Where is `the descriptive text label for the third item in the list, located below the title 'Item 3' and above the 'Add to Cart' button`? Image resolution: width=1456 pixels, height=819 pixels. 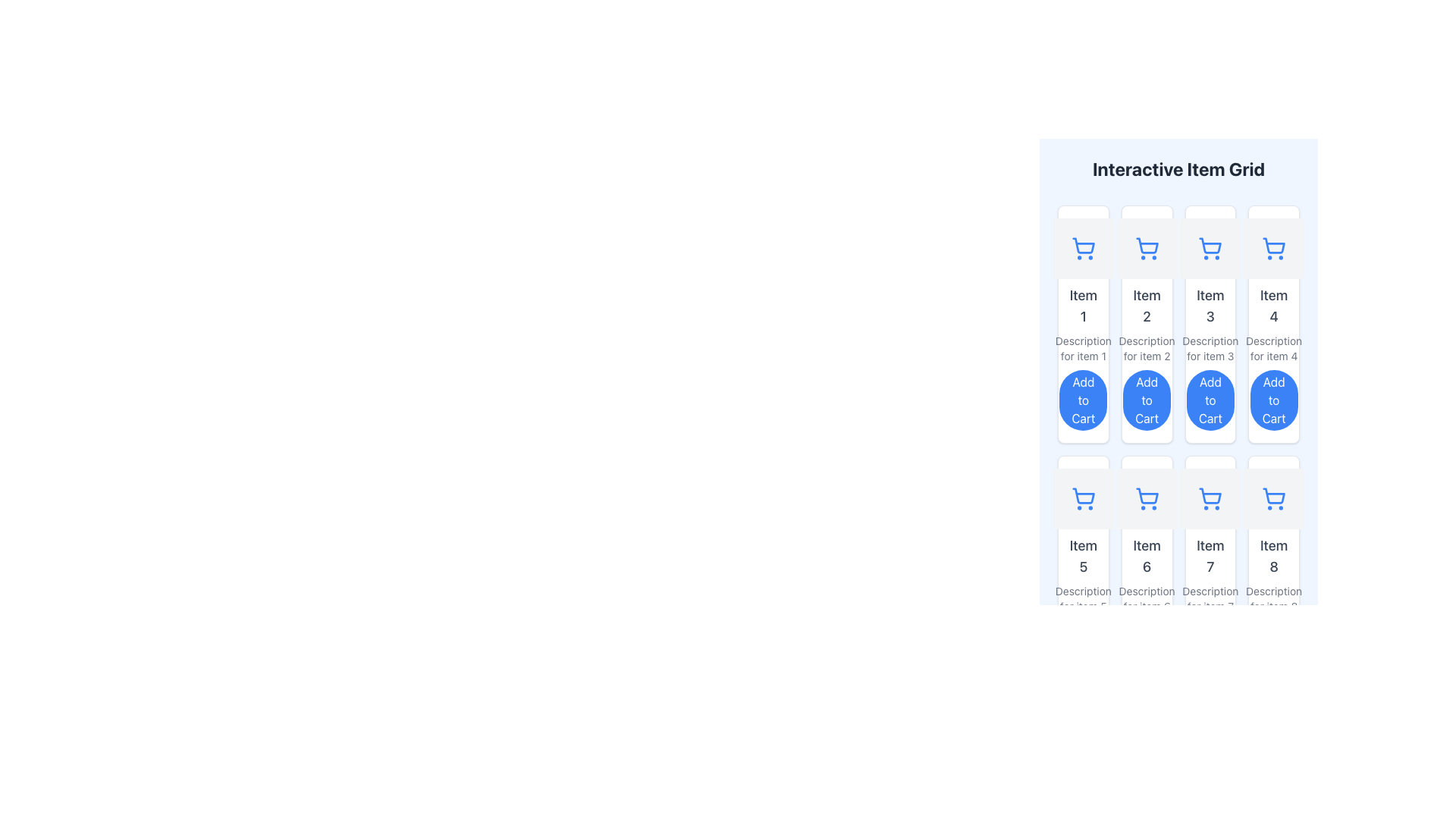
the descriptive text label for the third item in the list, located below the title 'Item 3' and above the 'Add to Cart' button is located at coordinates (1210, 348).